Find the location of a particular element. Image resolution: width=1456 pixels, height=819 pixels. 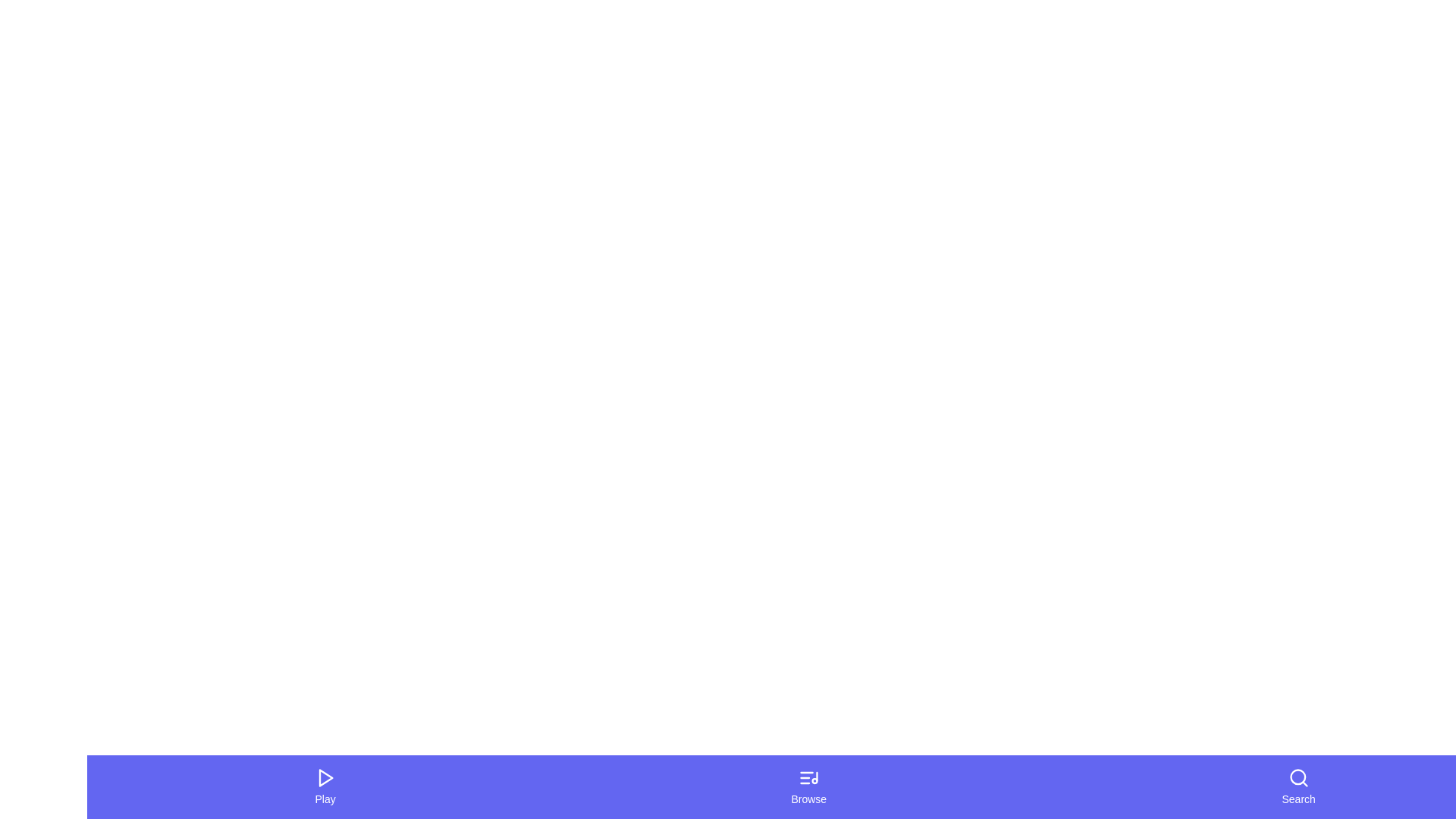

the Browse tab to activate it is located at coordinates (807, 786).